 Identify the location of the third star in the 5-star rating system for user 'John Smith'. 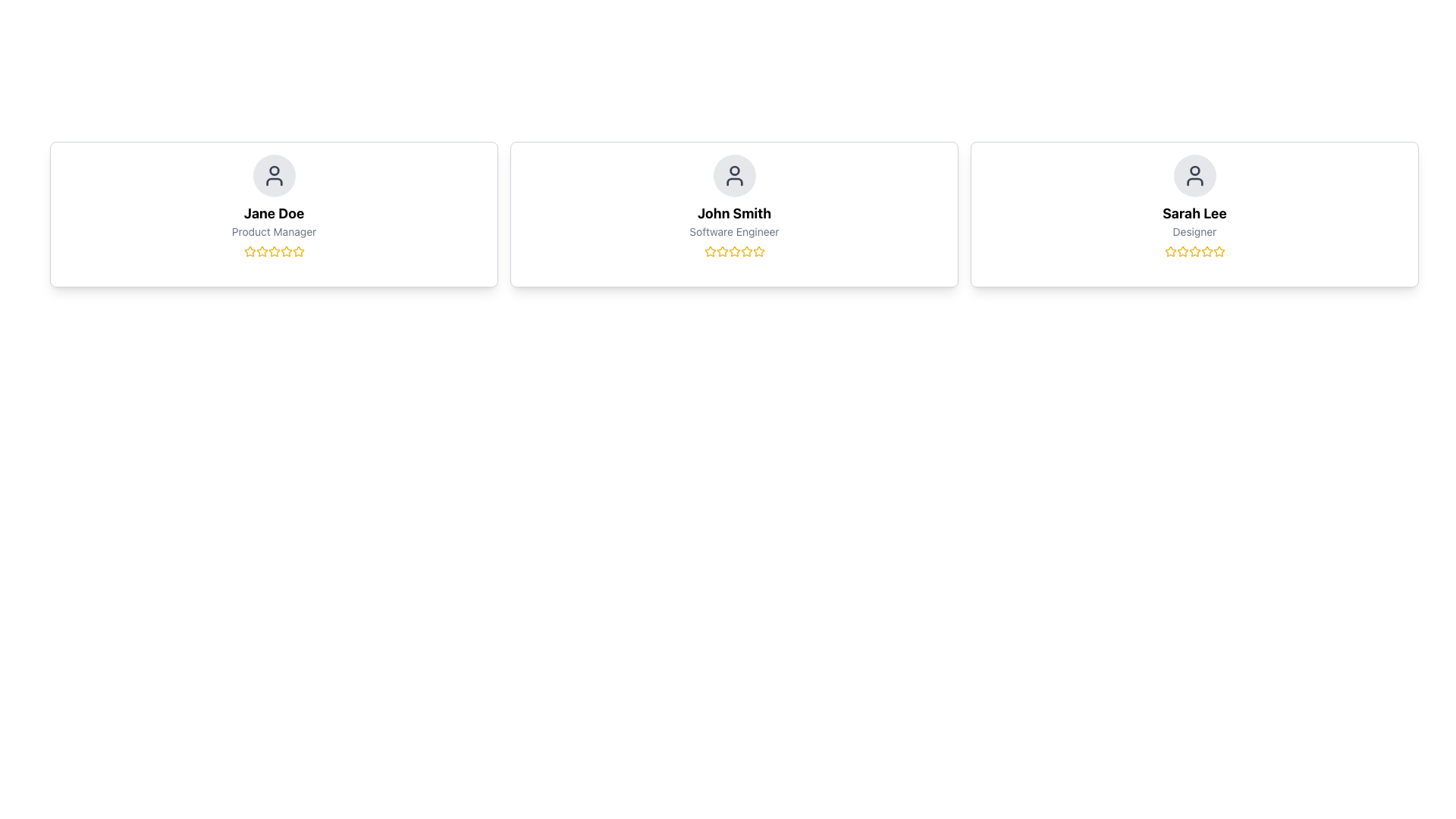
(734, 250).